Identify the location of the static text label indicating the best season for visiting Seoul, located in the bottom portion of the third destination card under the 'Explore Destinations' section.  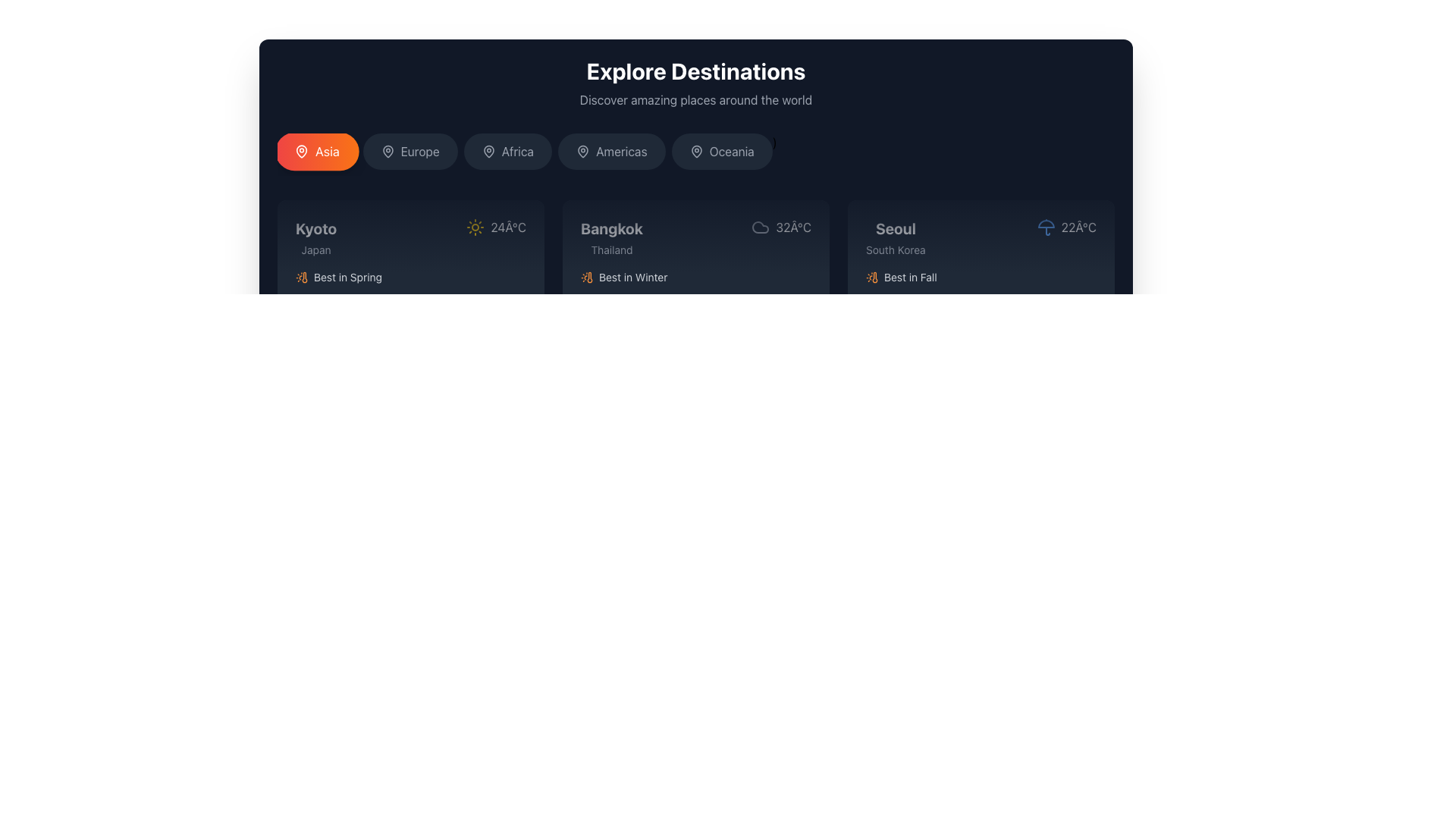
(910, 278).